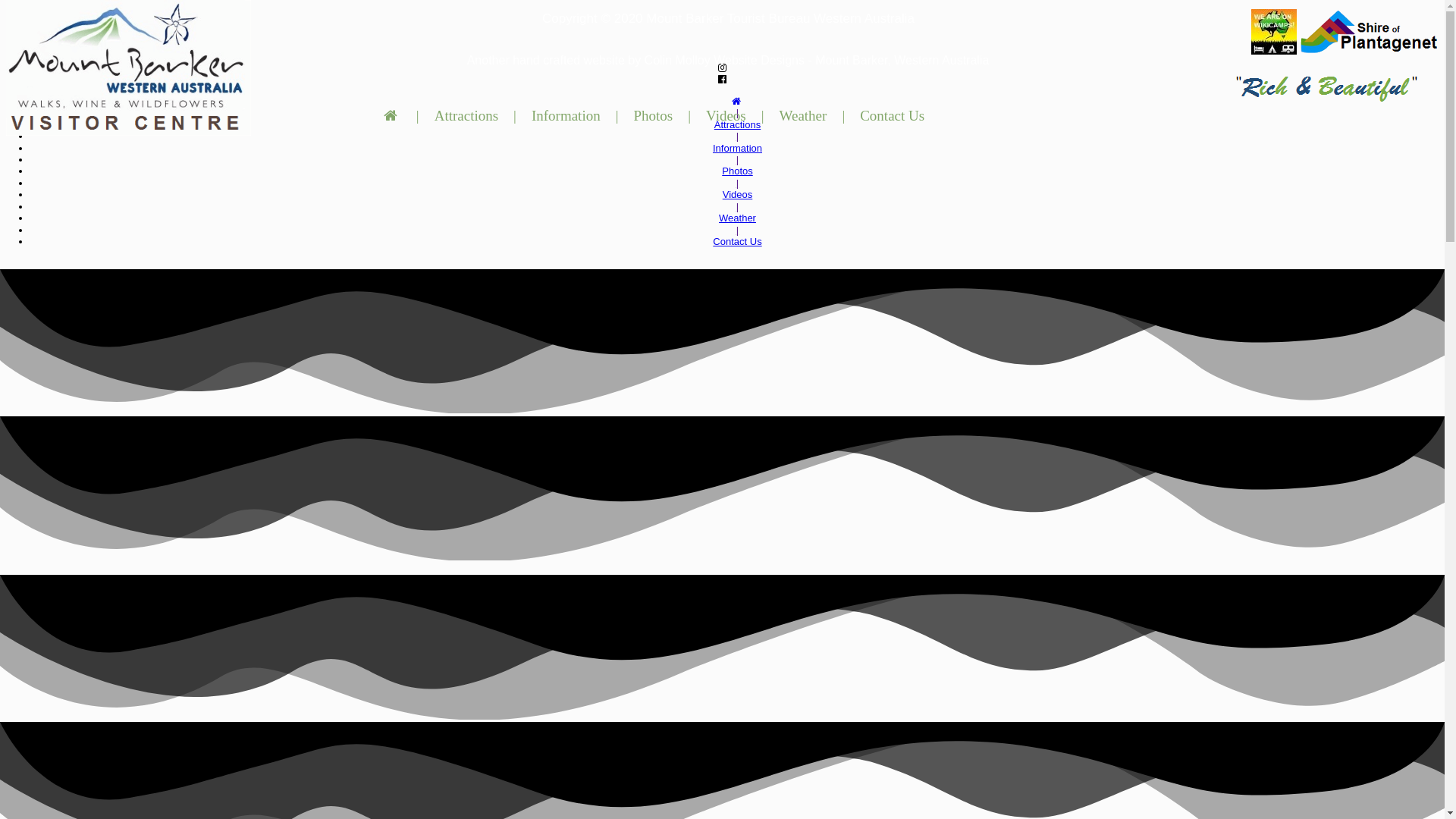  Describe the element at coordinates (802, 115) in the screenshot. I see `'Weather'` at that location.